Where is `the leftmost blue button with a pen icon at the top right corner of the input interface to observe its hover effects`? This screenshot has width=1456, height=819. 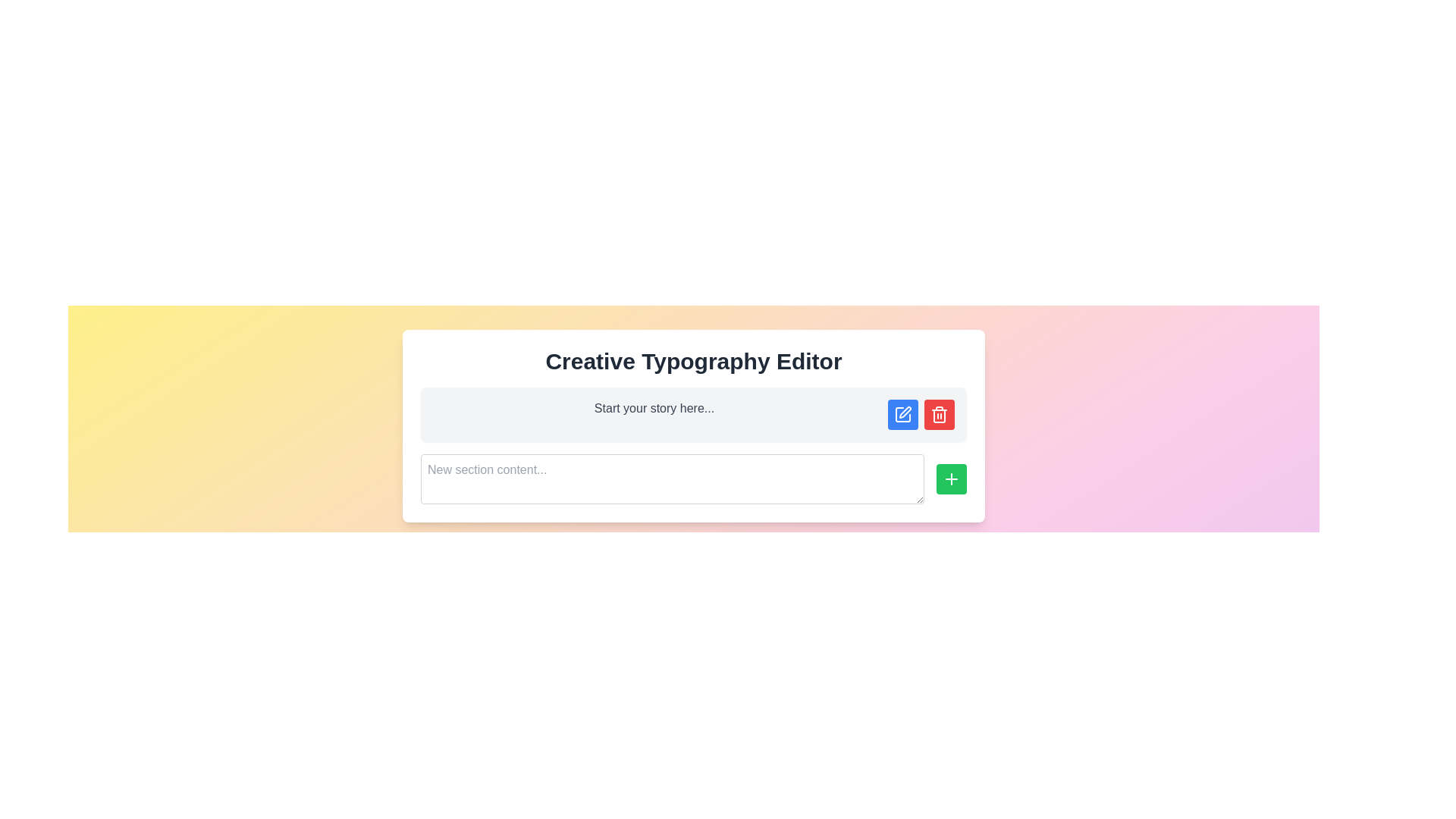 the leftmost blue button with a pen icon at the top right corner of the input interface to observe its hover effects is located at coordinates (902, 415).